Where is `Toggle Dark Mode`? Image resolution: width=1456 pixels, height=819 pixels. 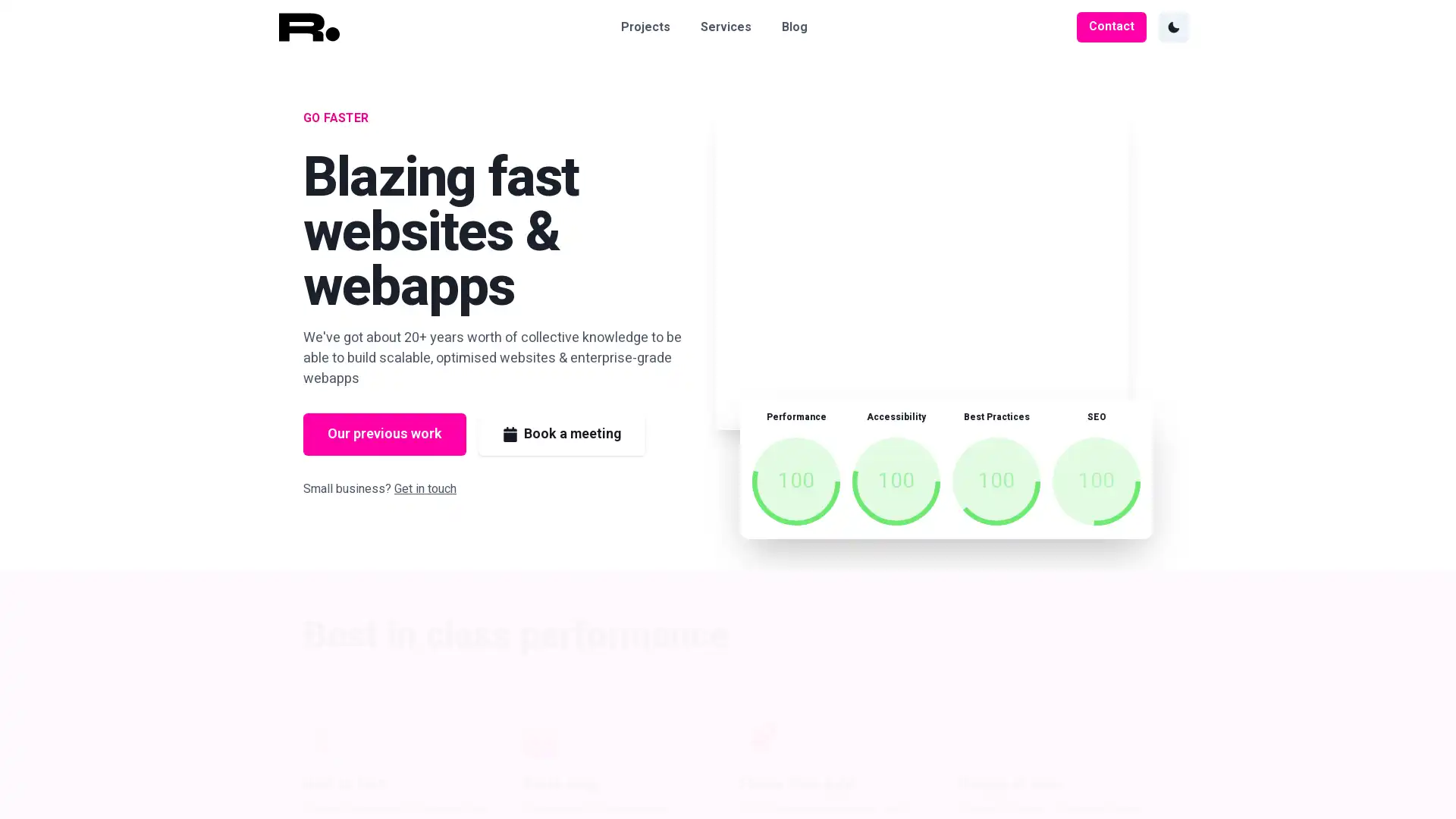 Toggle Dark Mode is located at coordinates (1172, 27).